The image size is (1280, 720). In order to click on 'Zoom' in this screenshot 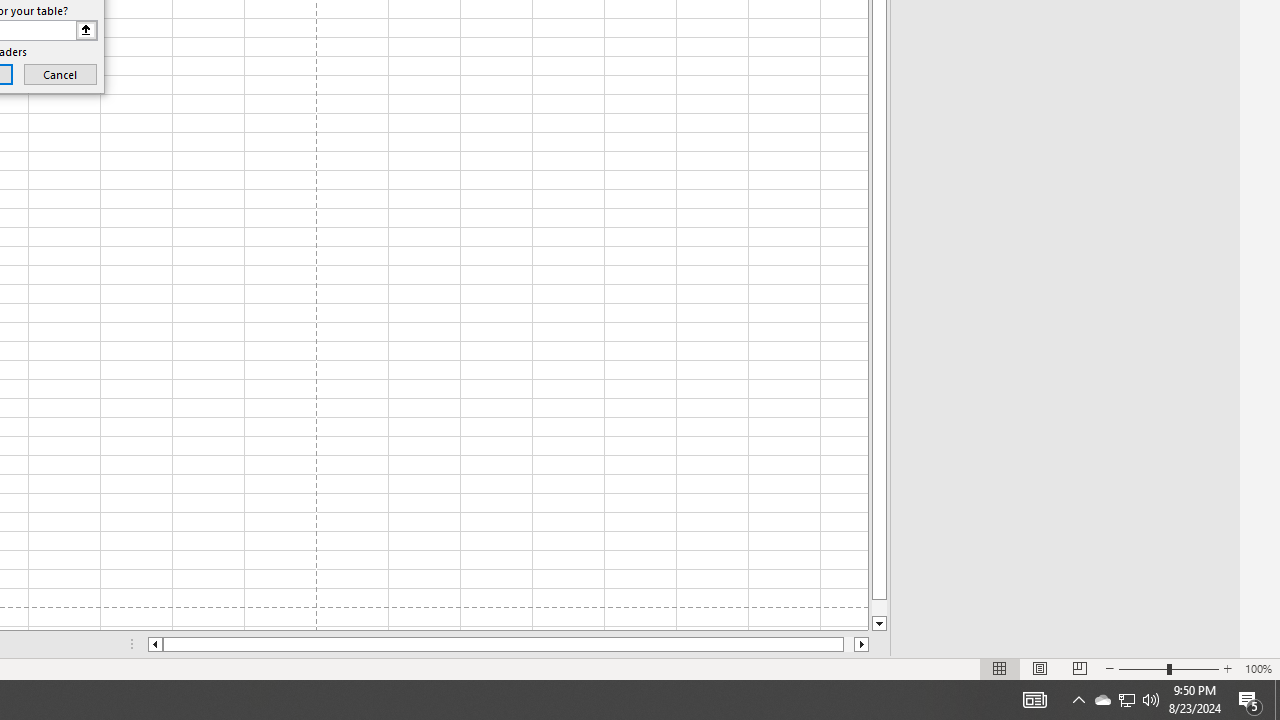, I will do `click(1168, 669)`.